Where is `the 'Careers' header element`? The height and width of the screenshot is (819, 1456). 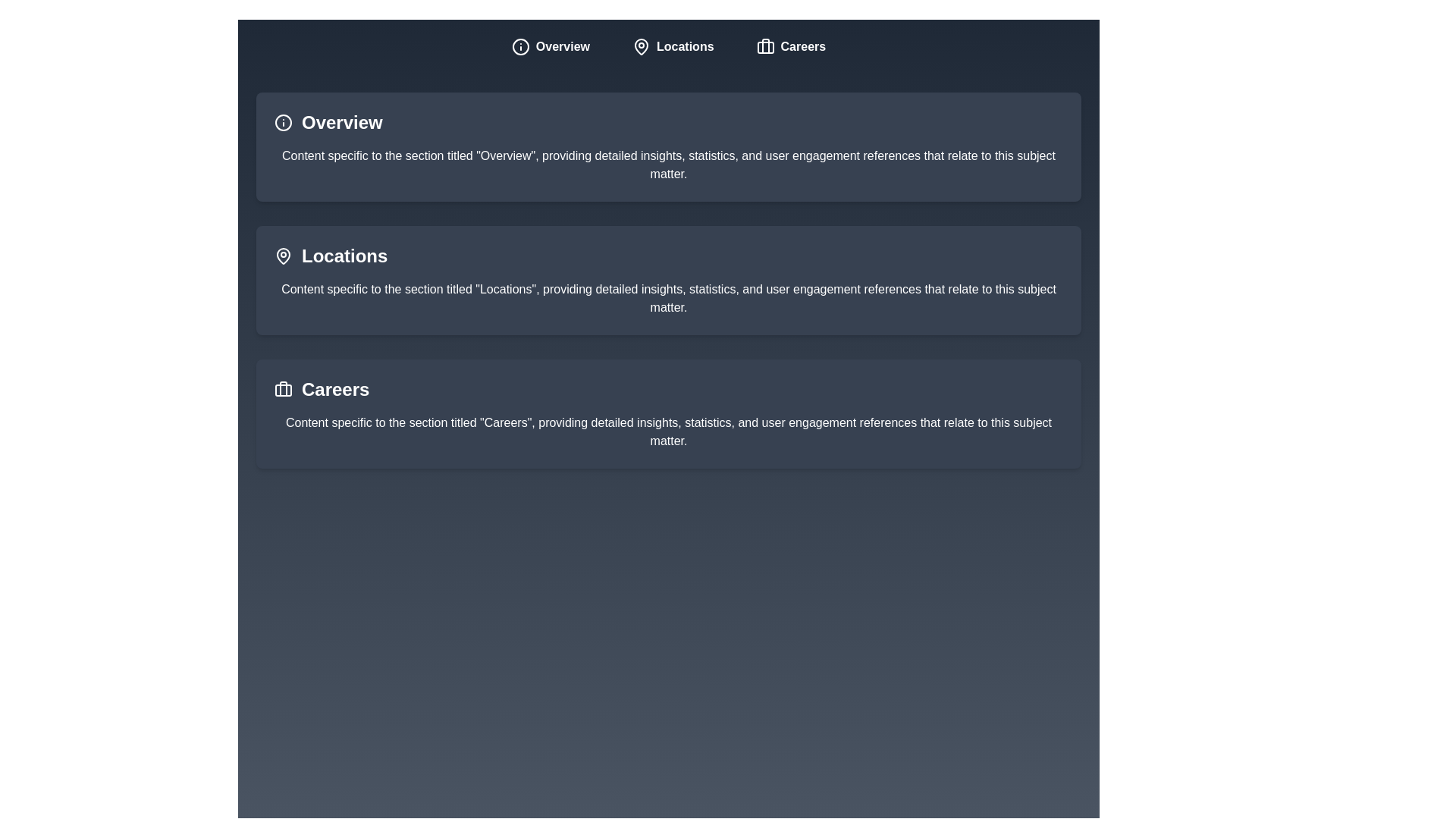
the 'Careers' header element is located at coordinates (334, 388).